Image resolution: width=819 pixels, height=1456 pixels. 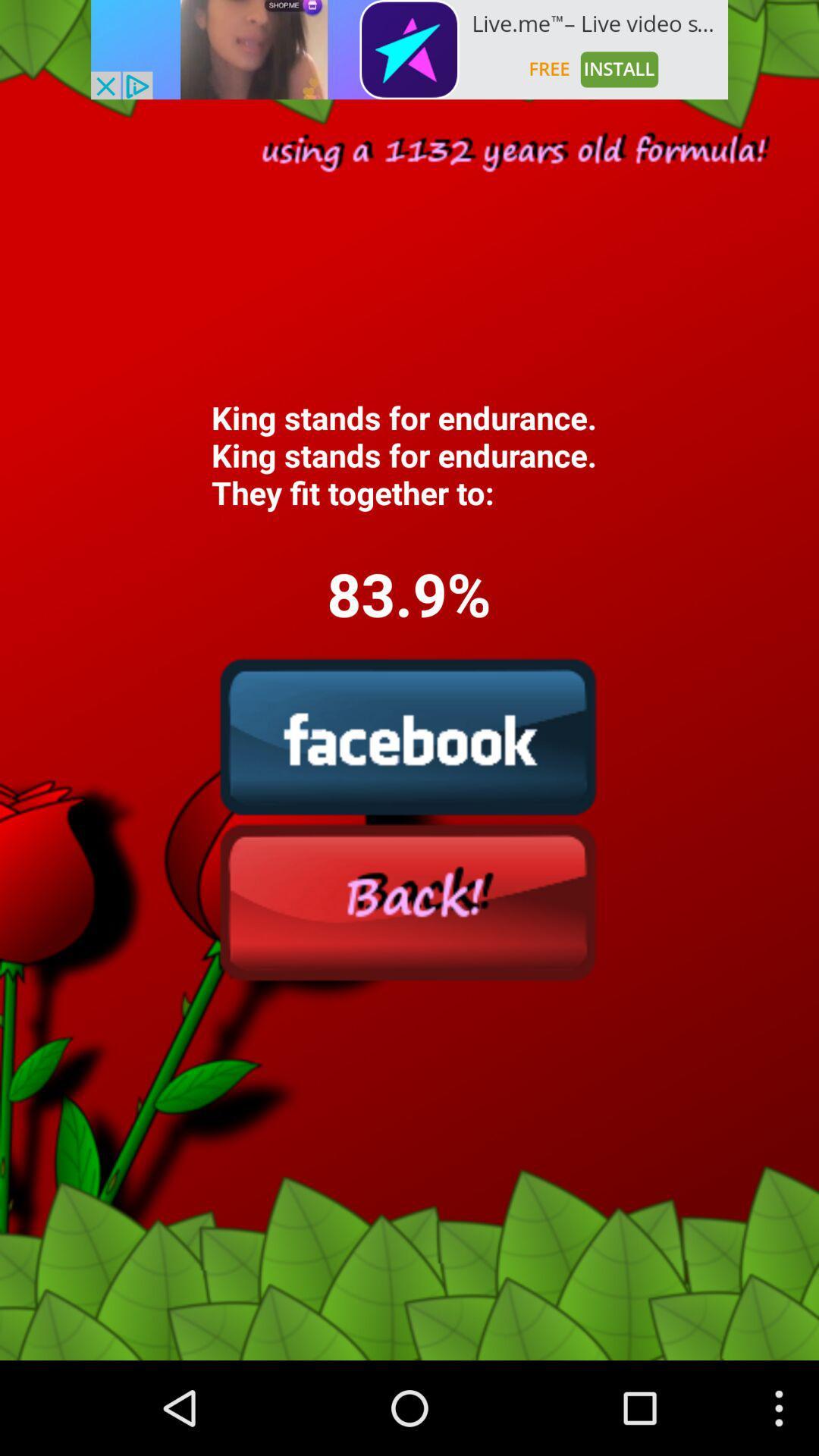 What do you see at coordinates (408, 736) in the screenshot?
I see `facebook` at bounding box center [408, 736].